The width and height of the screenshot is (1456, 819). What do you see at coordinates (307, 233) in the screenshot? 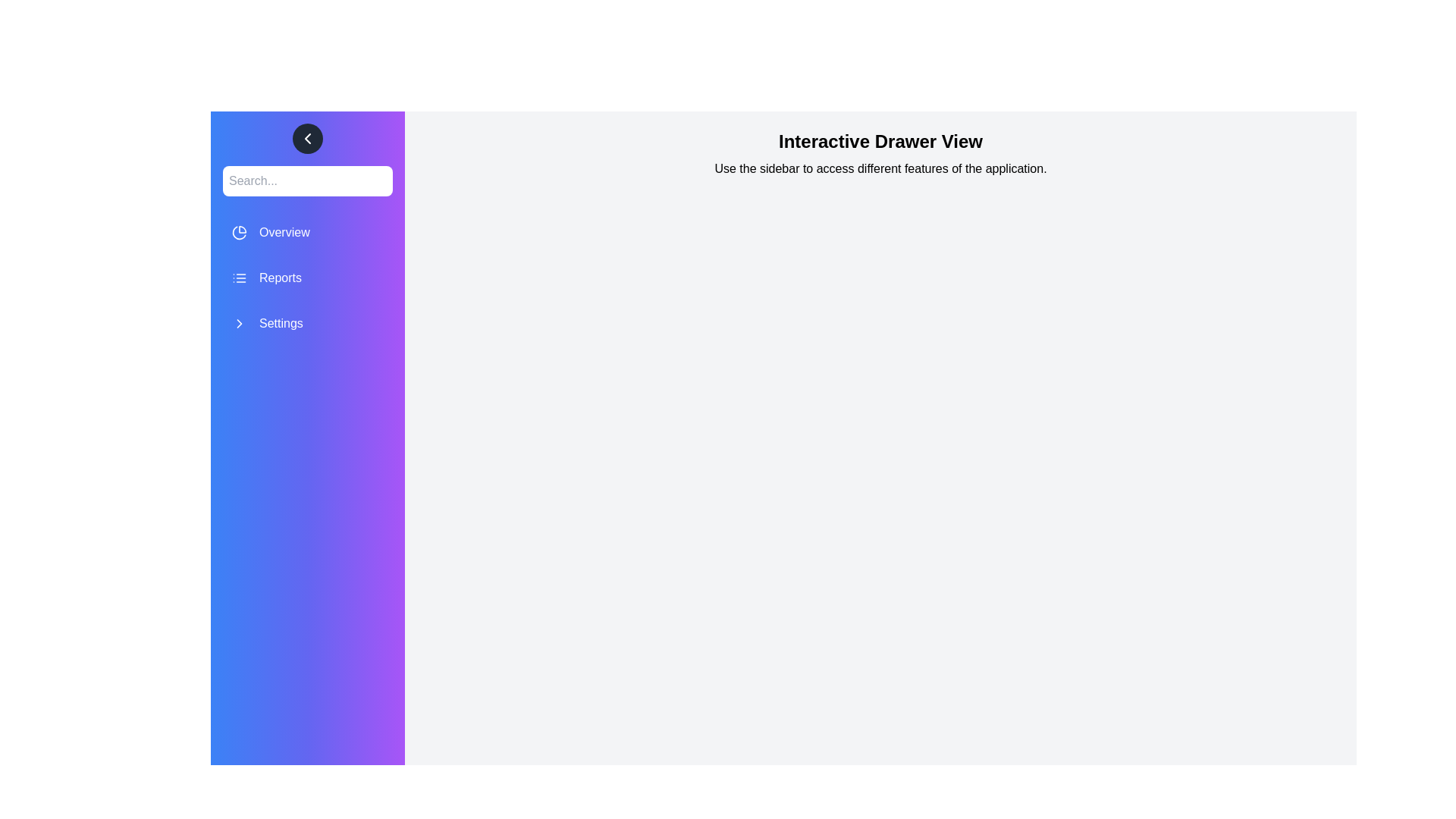
I see `the menu item Overview to navigate to the respective section` at bounding box center [307, 233].